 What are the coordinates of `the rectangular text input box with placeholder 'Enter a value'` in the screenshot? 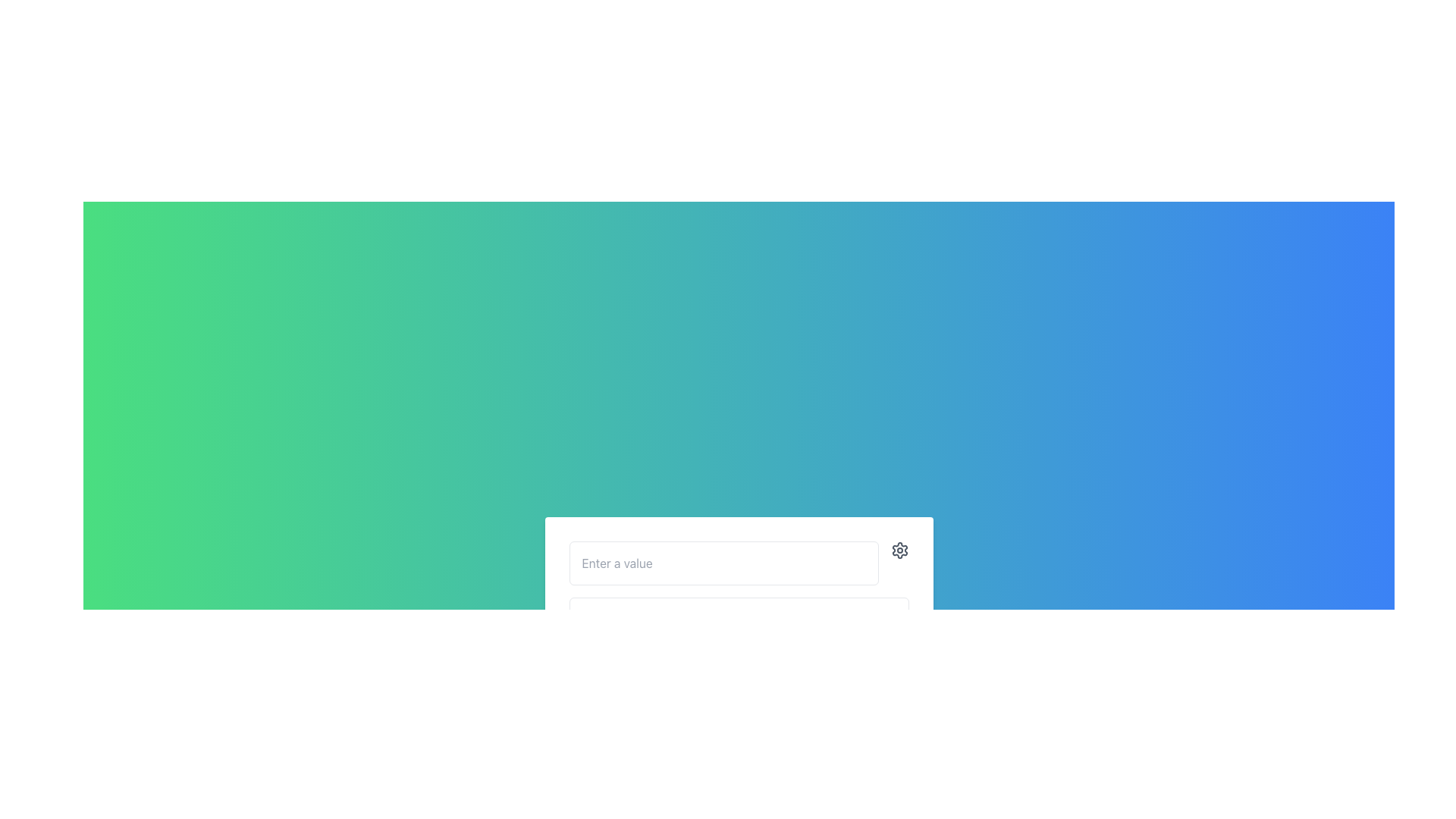 It's located at (723, 563).